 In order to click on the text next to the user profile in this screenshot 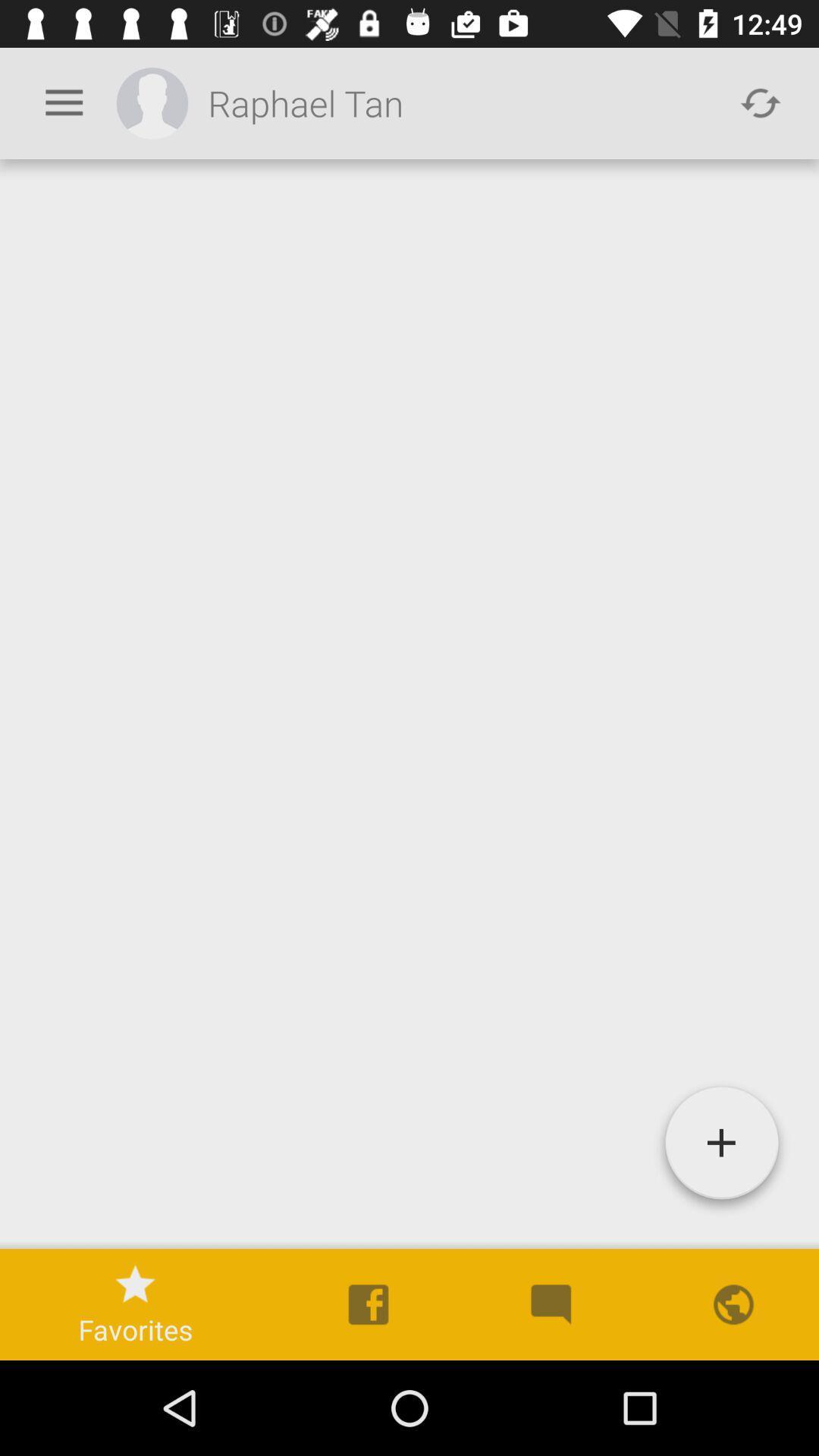, I will do `click(461, 102)`.